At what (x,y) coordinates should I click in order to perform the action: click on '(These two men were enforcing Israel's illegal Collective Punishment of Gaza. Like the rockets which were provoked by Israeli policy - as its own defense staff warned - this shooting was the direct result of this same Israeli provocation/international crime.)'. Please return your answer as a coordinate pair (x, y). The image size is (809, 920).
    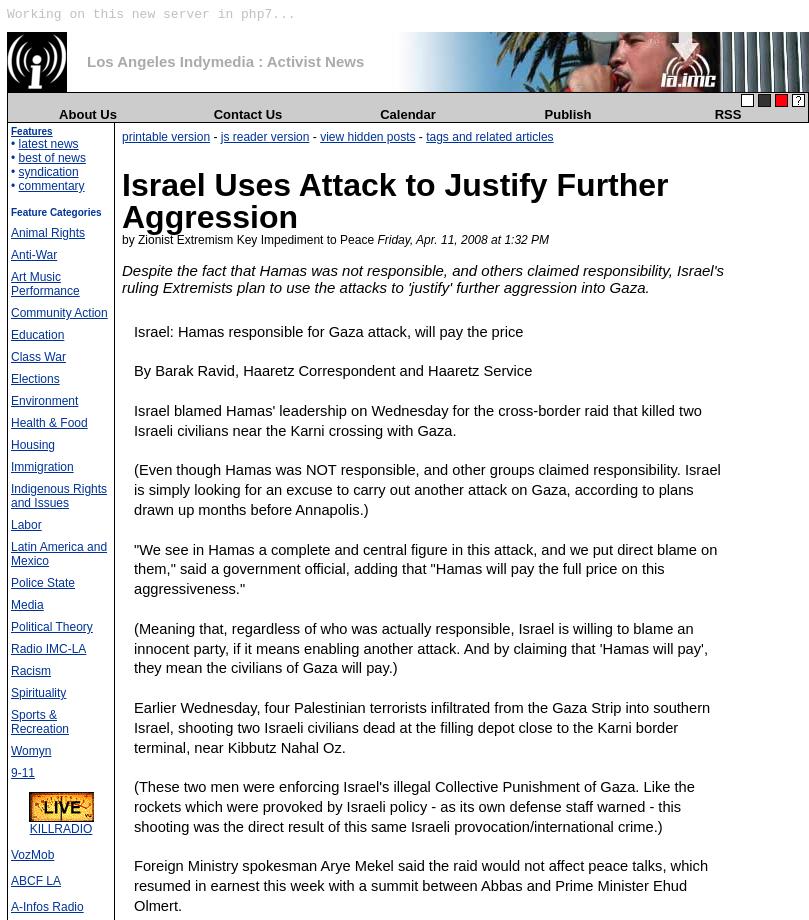
    Looking at the image, I should click on (412, 805).